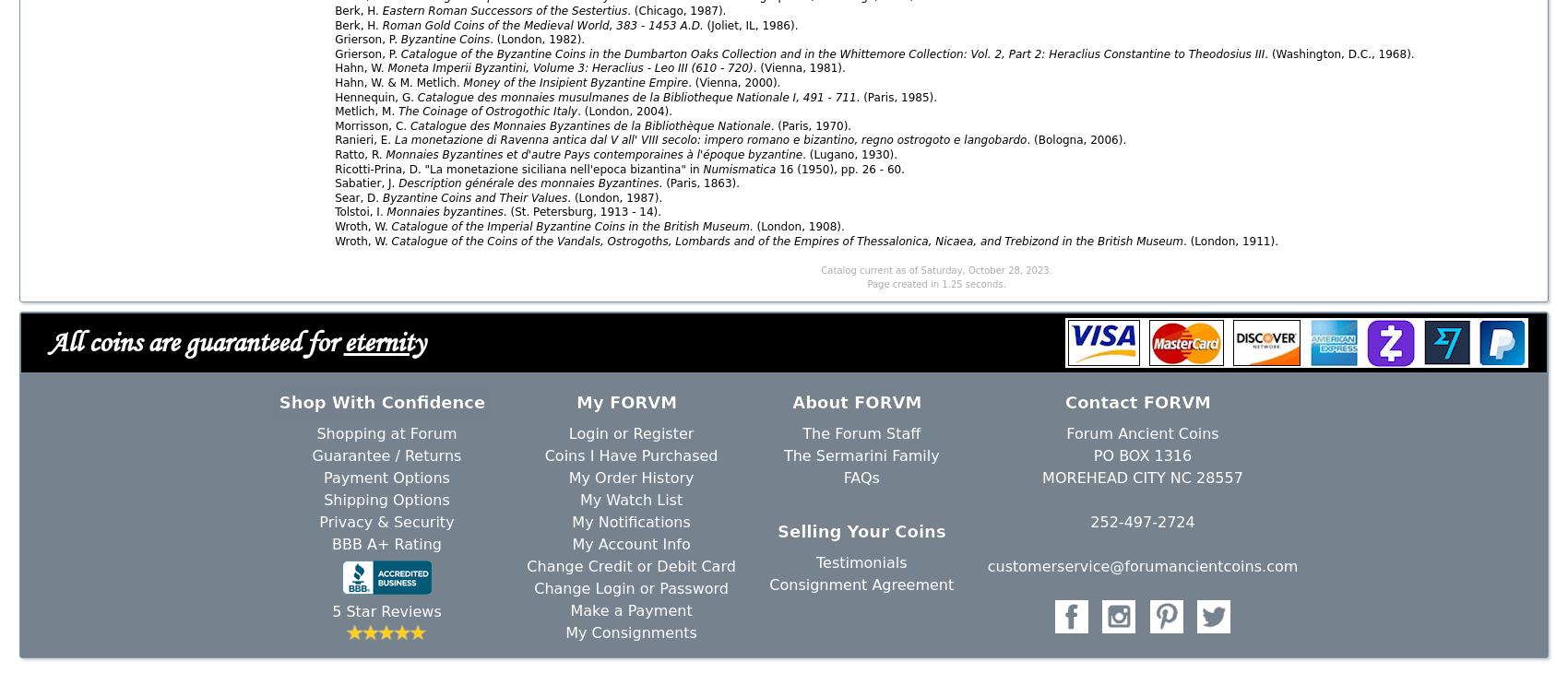 The image size is (1568, 685). What do you see at coordinates (474, 195) in the screenshot?
I see `'Byzantine Coins and Their Values'` at bounding box center [474, 195].